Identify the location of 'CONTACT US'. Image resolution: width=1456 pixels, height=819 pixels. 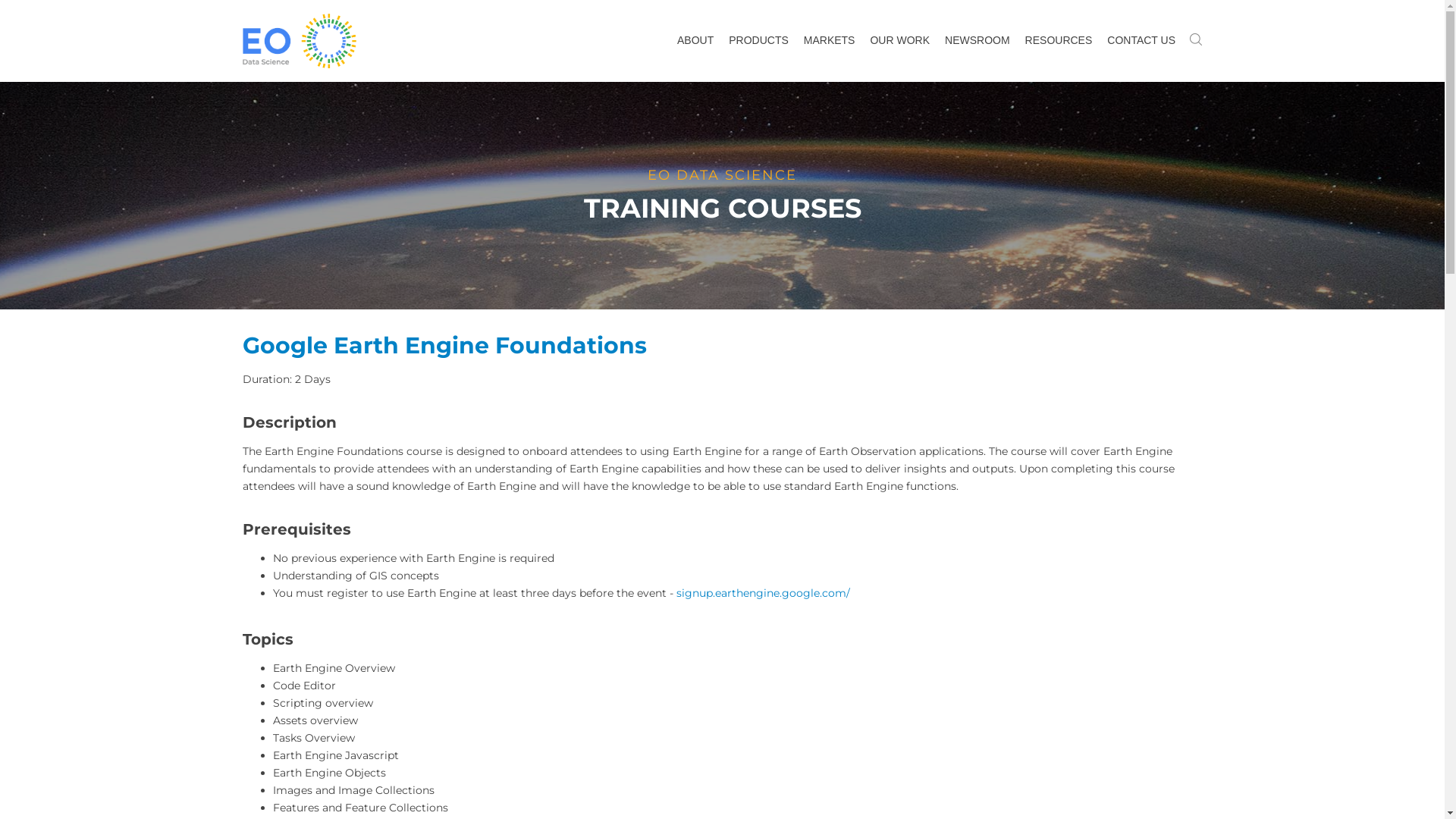
(1141, 39).